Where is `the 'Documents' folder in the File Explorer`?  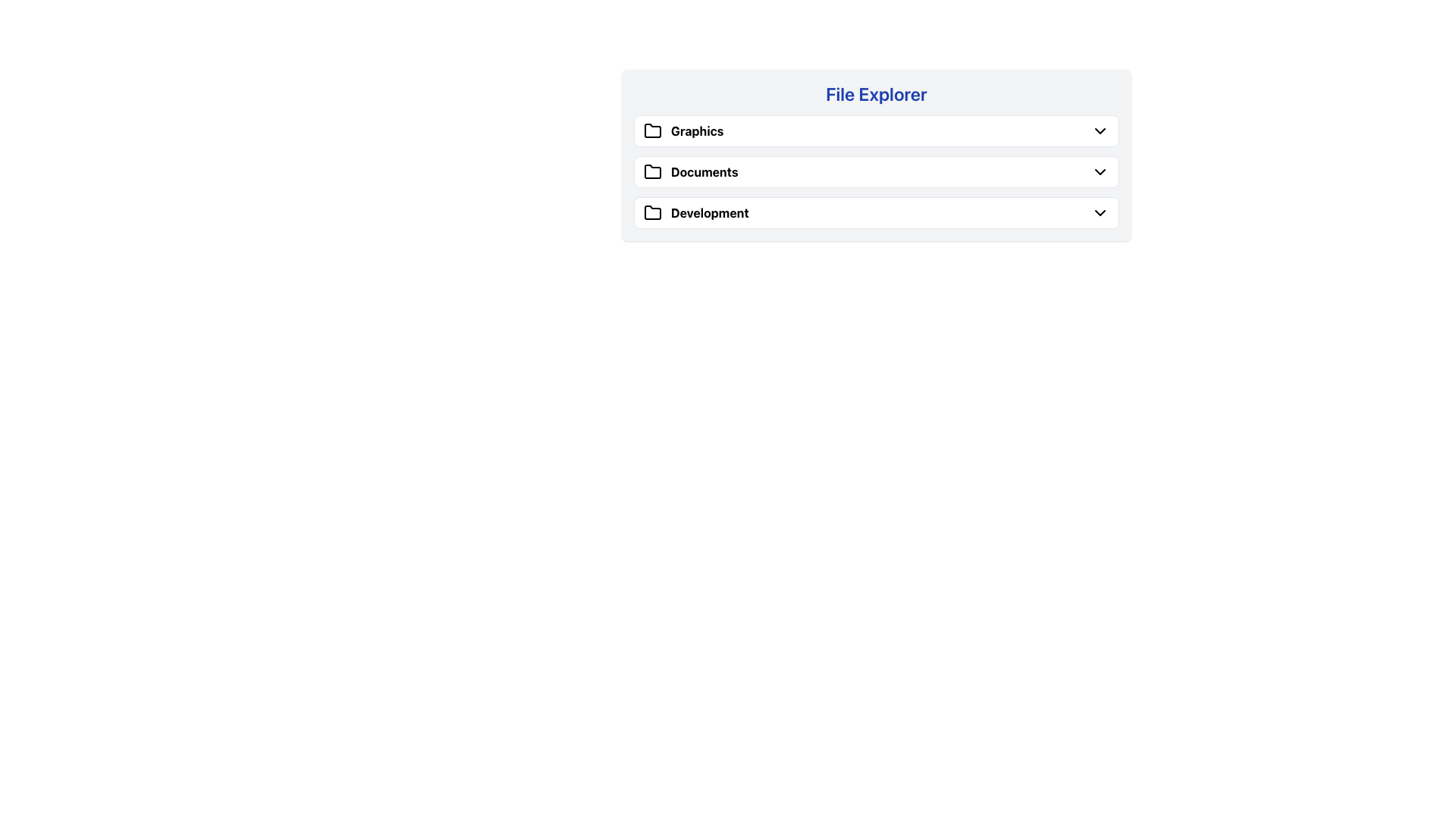
the 'Documents' folder in the File Explorer is located at coordinates (877, 171).